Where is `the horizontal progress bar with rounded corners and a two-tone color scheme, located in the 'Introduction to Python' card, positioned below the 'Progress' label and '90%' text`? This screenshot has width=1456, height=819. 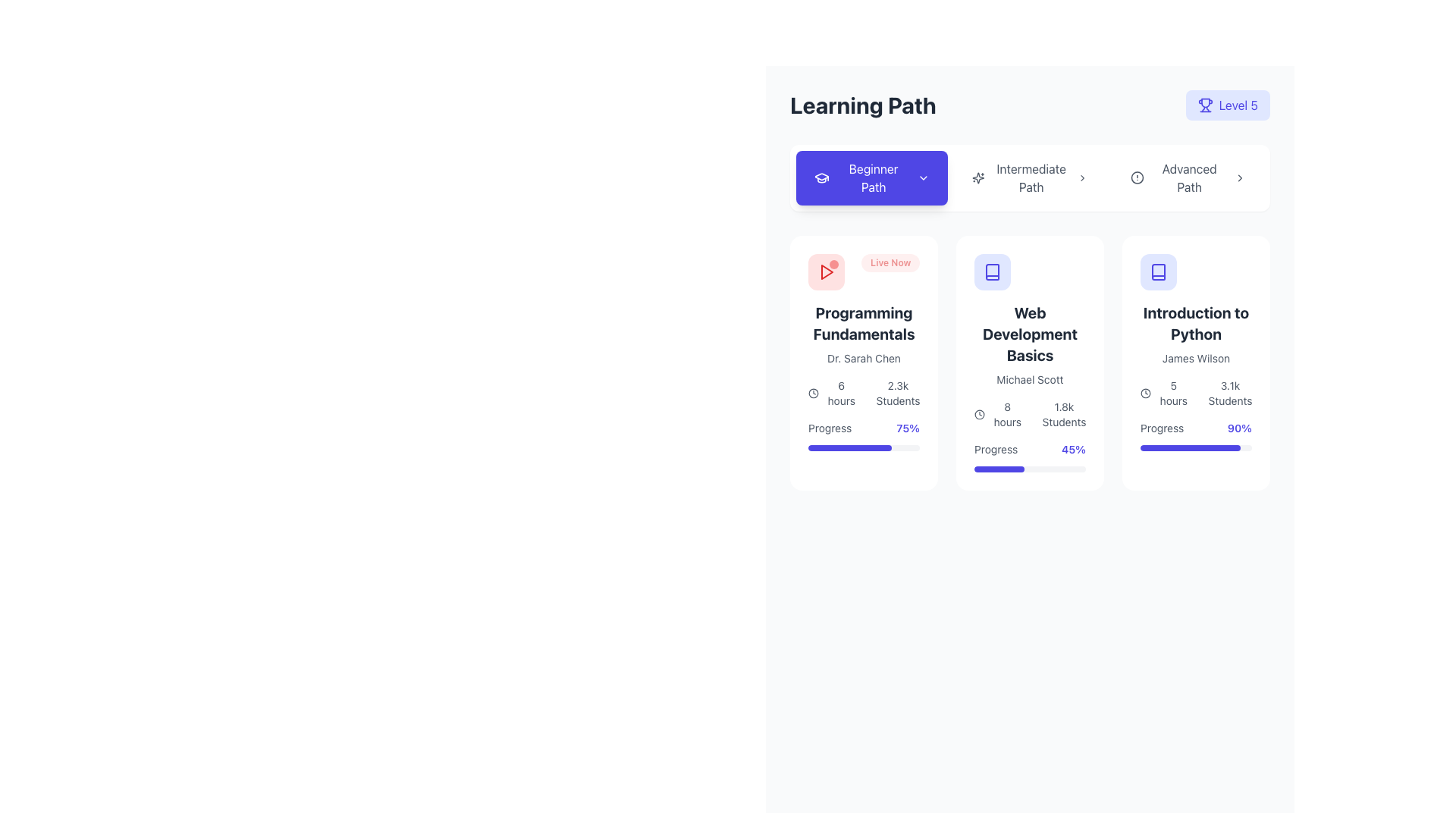
the horizontal progress bar with rounded corners and a two-tone color scheme, located in the 'Introduction to Python' card, positioned below the 'Progress' label and '90%' text is located at coordinates (1195, 447).